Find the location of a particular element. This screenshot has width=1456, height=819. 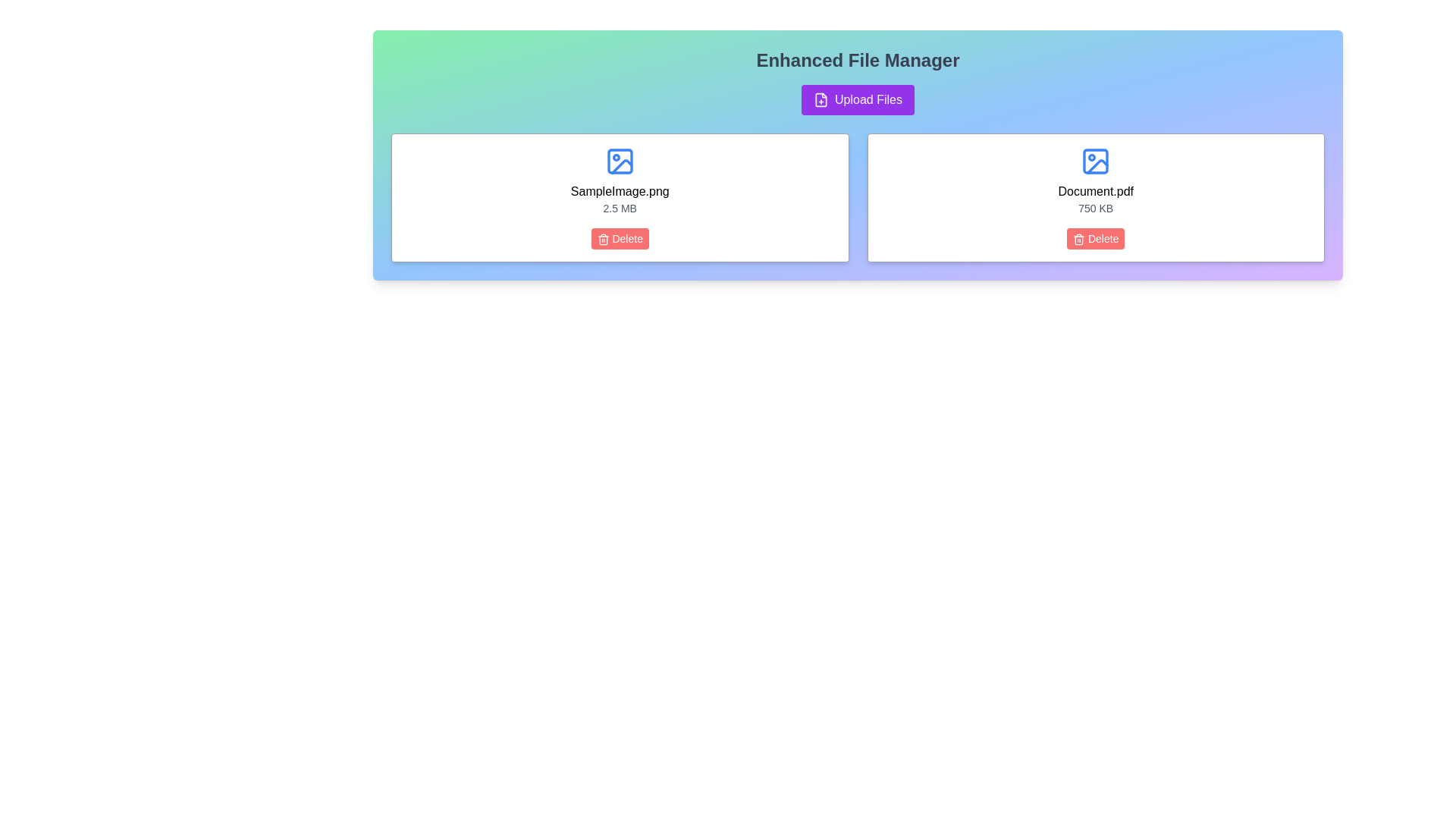

the static text label that displays the file size of the image, located below 'SampleImage.png' and above the 'Delete' button is located at coordinates (620, 208).